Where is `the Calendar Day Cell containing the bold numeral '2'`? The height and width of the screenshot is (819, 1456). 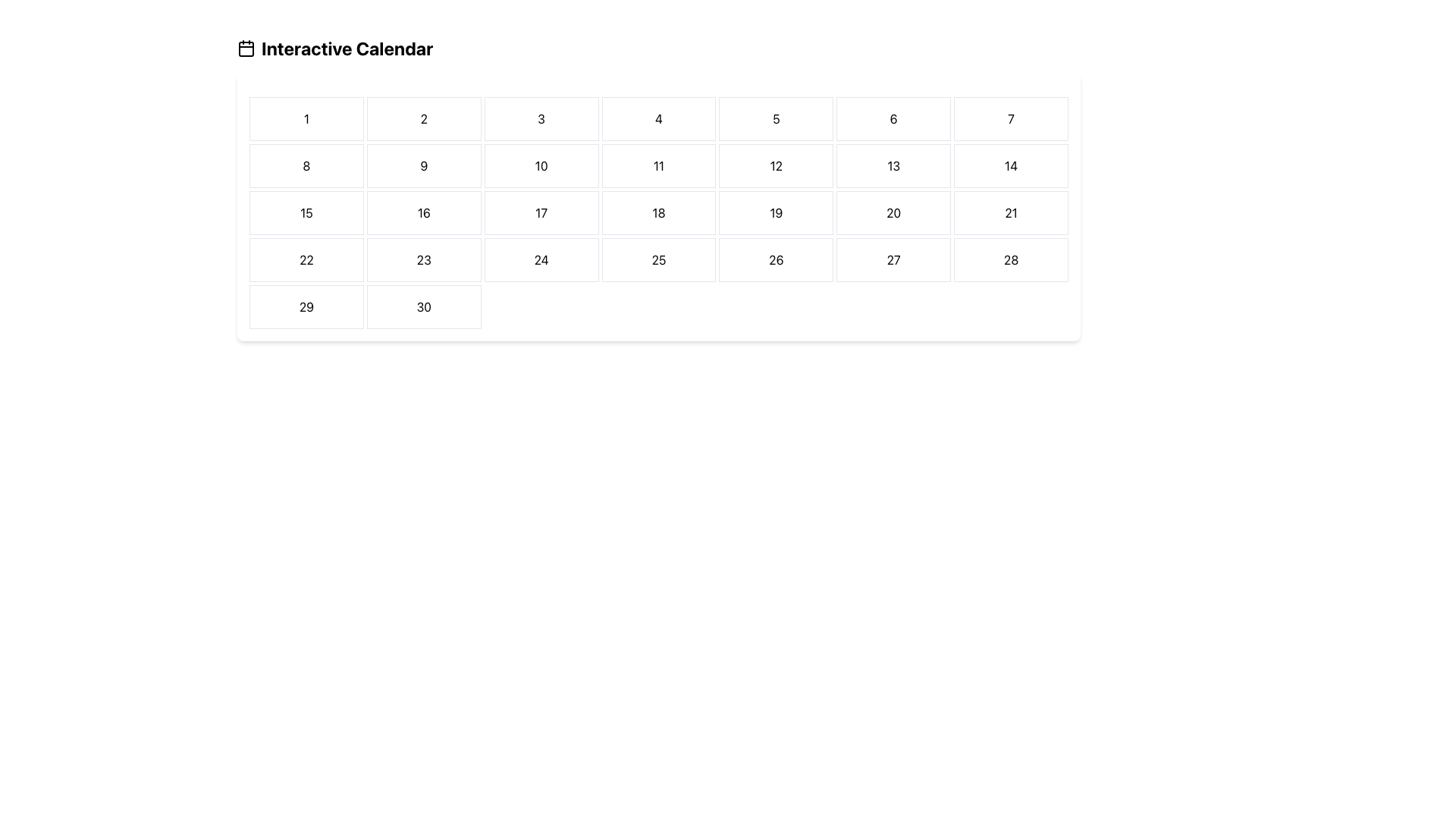
the Calendar Day Cell containing the bold numeral '2' is located at coordinates (424, 118).